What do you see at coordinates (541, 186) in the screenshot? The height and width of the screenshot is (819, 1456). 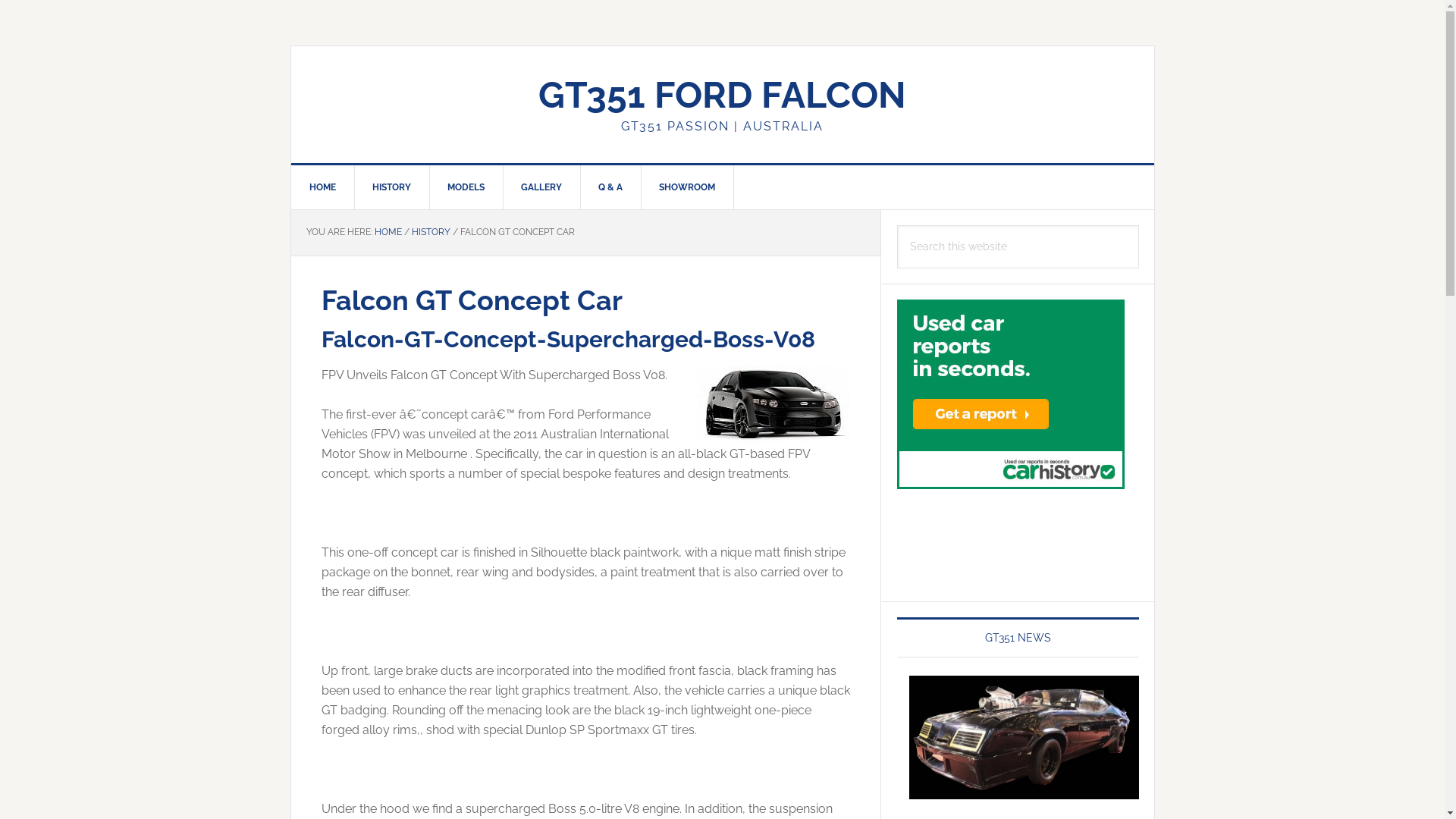 I see `'GALLERY'` at bounding box center [541, 186].